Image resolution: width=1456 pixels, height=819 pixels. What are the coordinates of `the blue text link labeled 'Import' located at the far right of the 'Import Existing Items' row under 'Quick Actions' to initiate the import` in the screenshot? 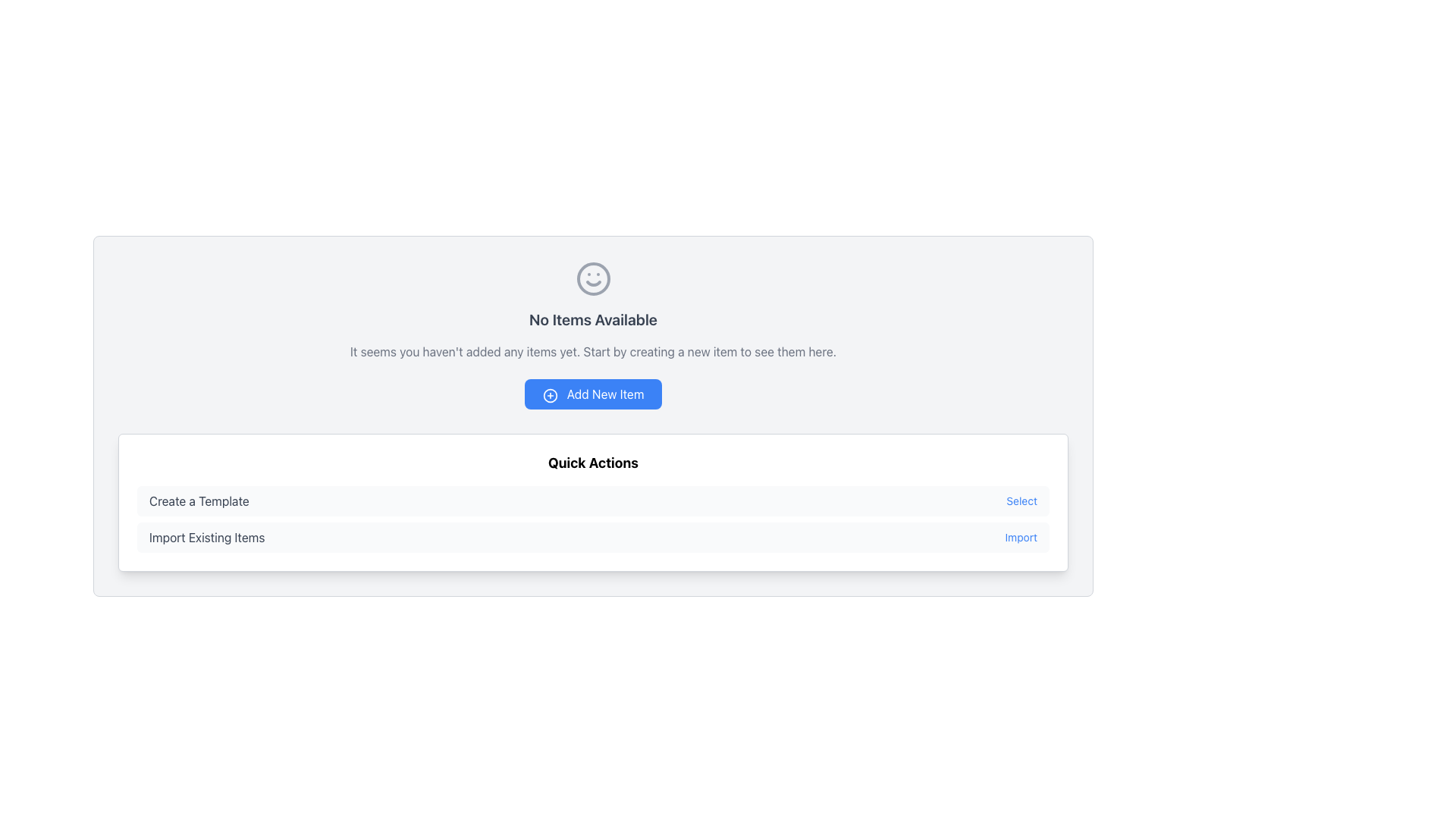 It's located at (1021, 537).